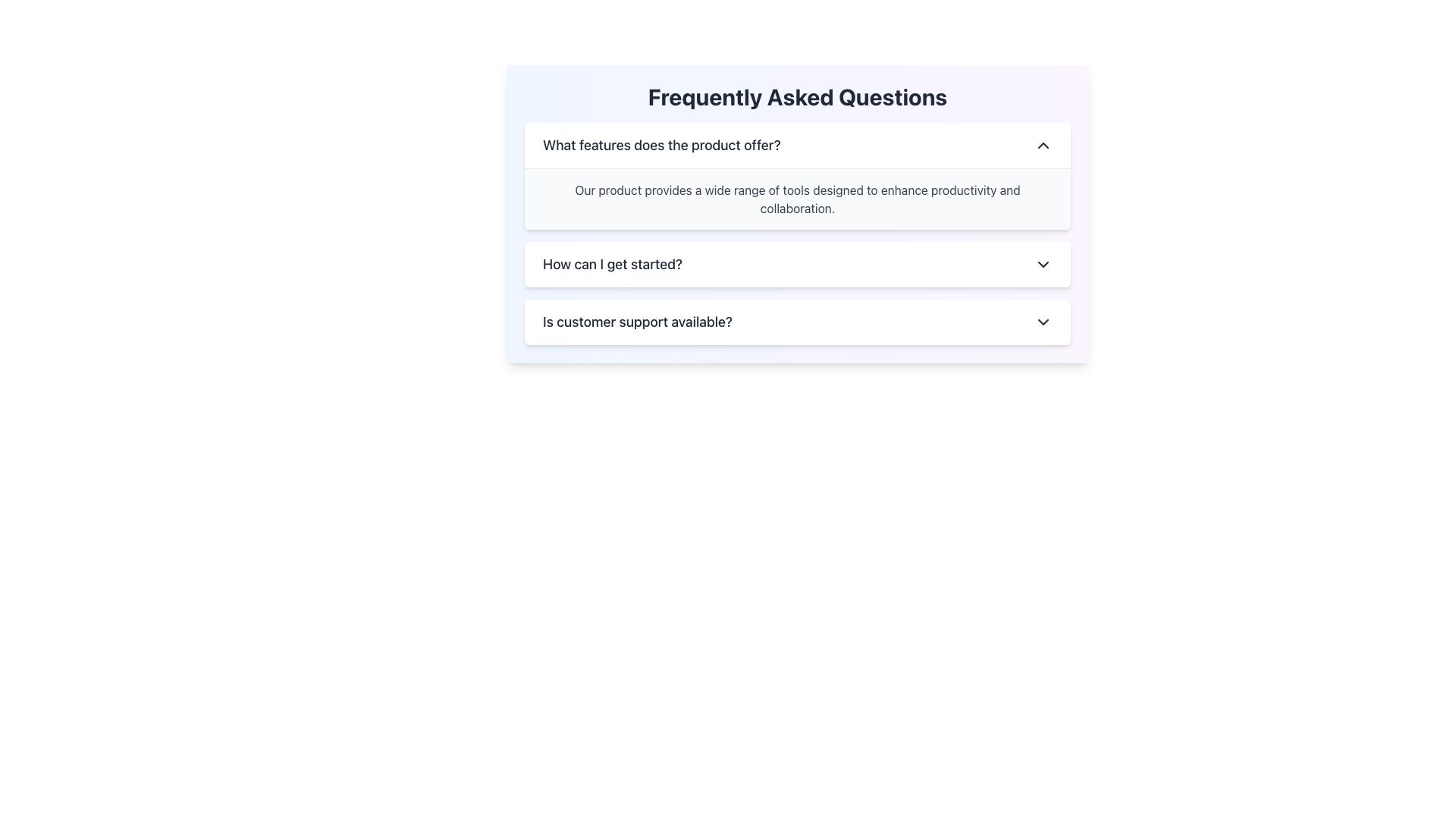  What do you see at coordinates (796, 198) in the screenshot?
I see `text from the Text block element that contains the content: 'Our product provides a wide range of tools designed to enhance productivity and collaboration.'` at bounding box center [796, 198].